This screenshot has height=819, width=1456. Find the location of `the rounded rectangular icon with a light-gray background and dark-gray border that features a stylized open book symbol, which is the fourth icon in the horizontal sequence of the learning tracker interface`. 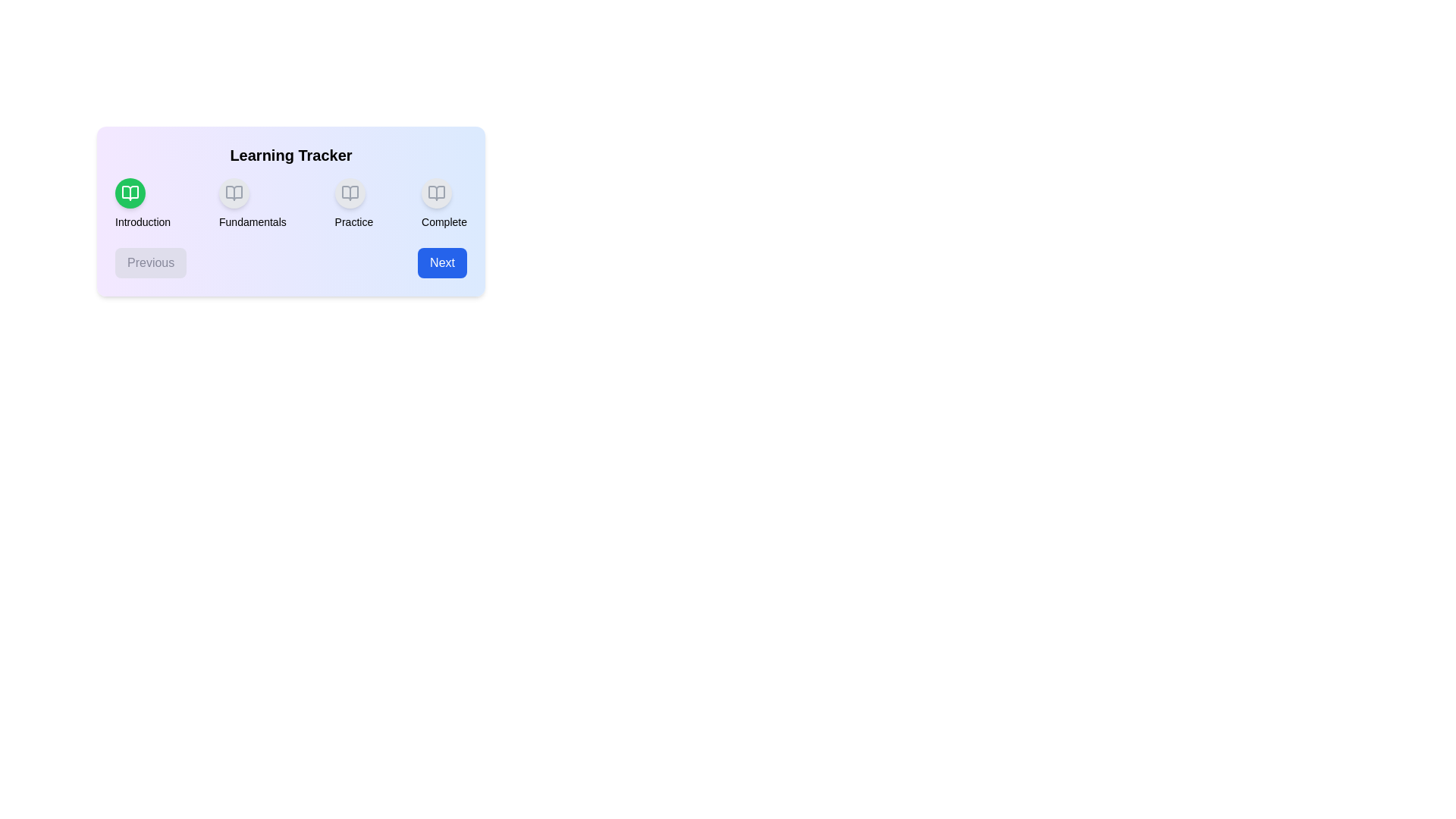

the rounded rectangular icon with a light-gray background and dark-gray border that features a stylized open book symbol, which is the fourth icon in the horizontal sequence of the learning tracker interface is located at coordinates (436, 192).